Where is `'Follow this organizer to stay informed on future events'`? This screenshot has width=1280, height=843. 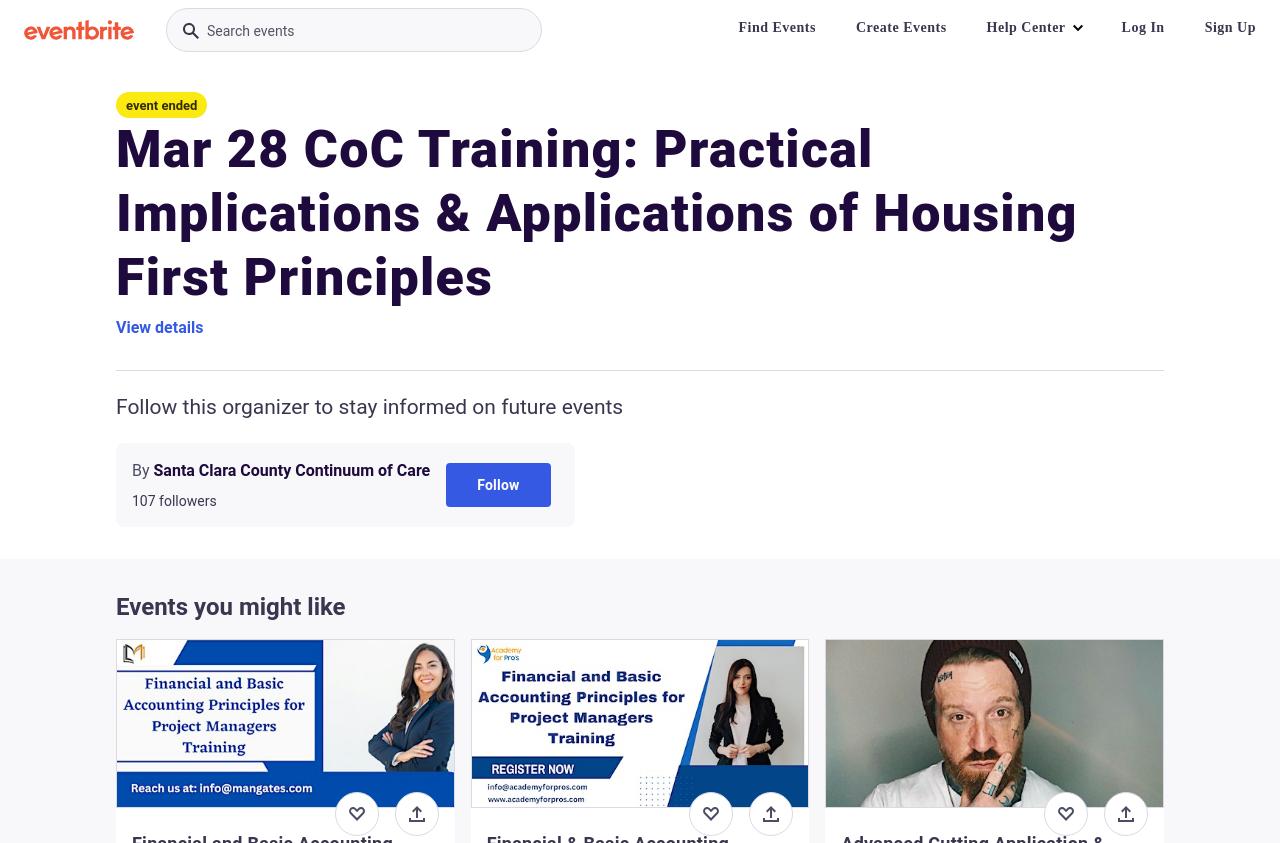 'Follow this organizer to stay informed on future events' is located at coordinates (369, 406).